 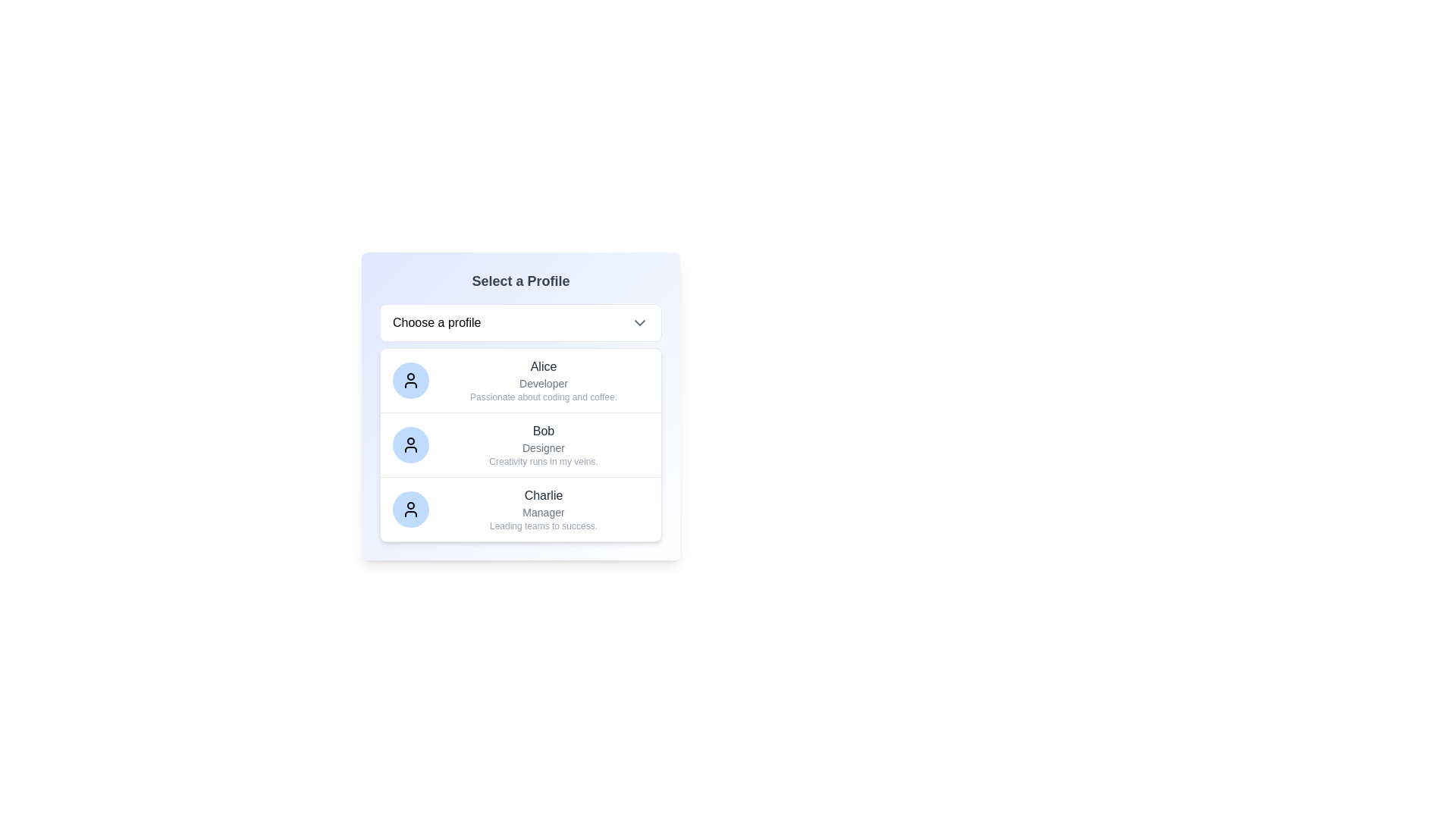 I want to click on the text element 'Designer' which is styled in a small gray font and located in the profile section under the name 'Bob', so click(x=543, y=447).